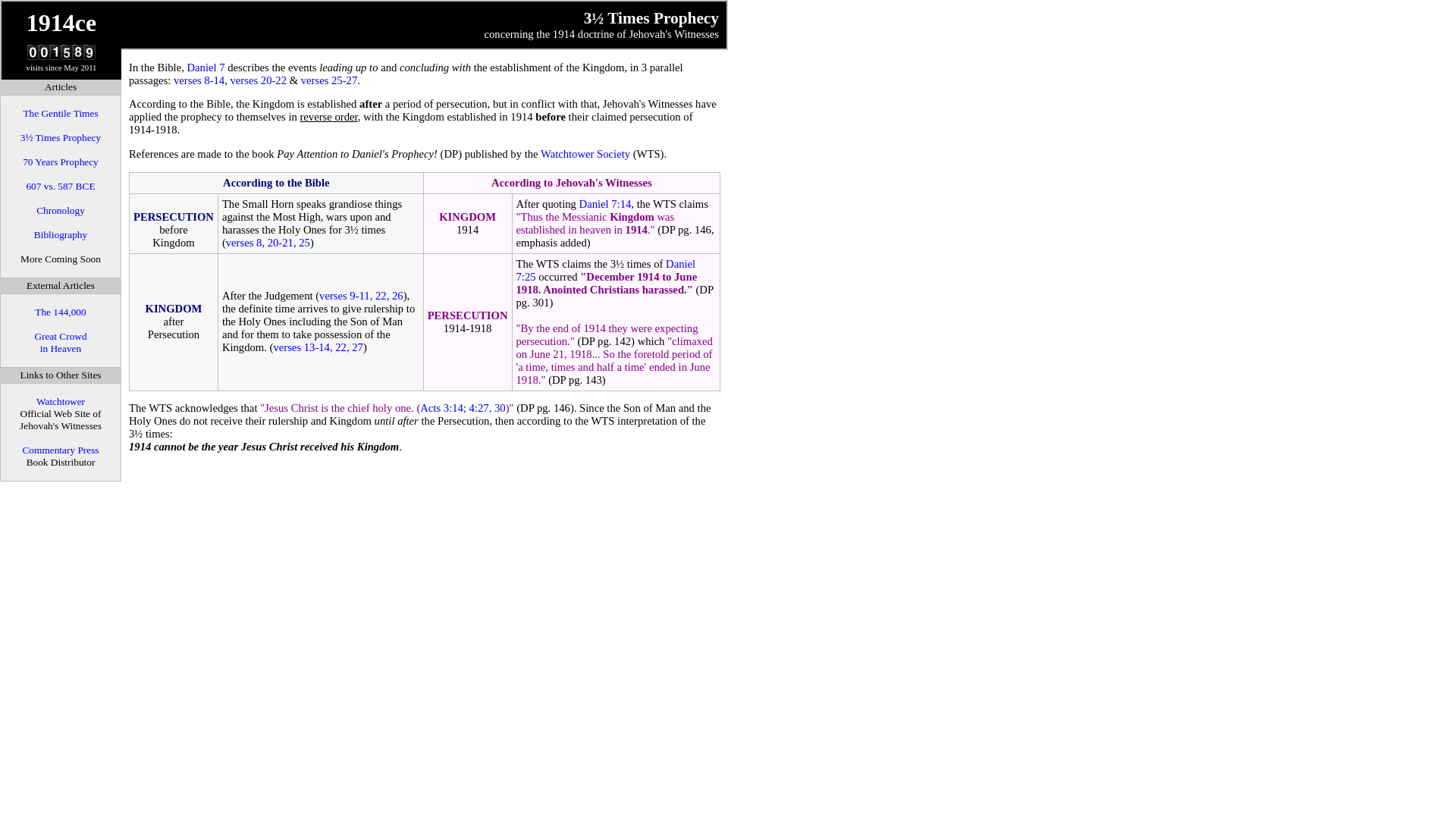 The width and height of the screenshot is (1456, 819). What do you see at coordinates (604, 203) in the screenshot?
I see `'Daniel 7:14'` at bounding box center [604, 203].